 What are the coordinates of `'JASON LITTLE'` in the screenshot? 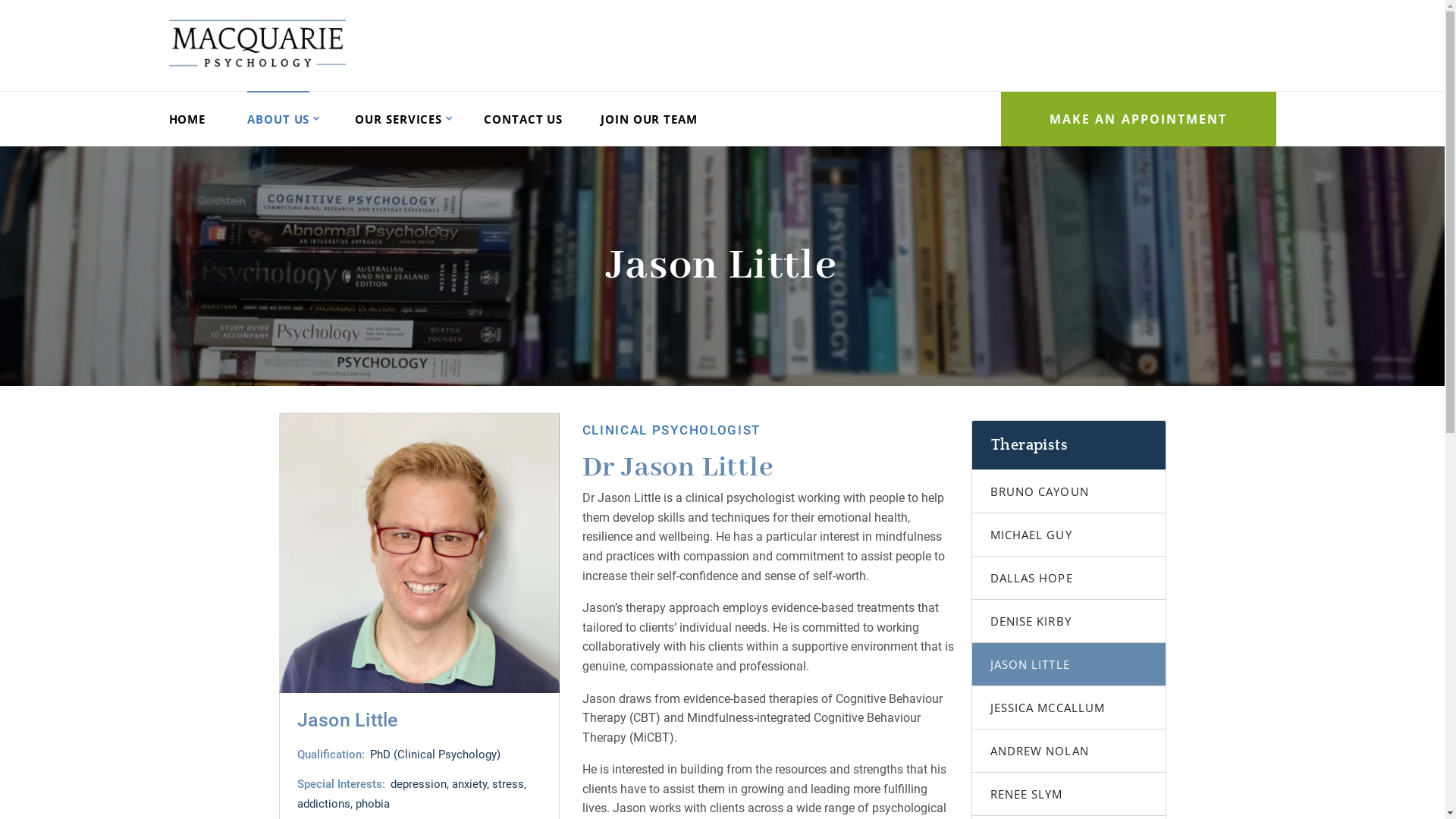 It's located at (1068, 664).